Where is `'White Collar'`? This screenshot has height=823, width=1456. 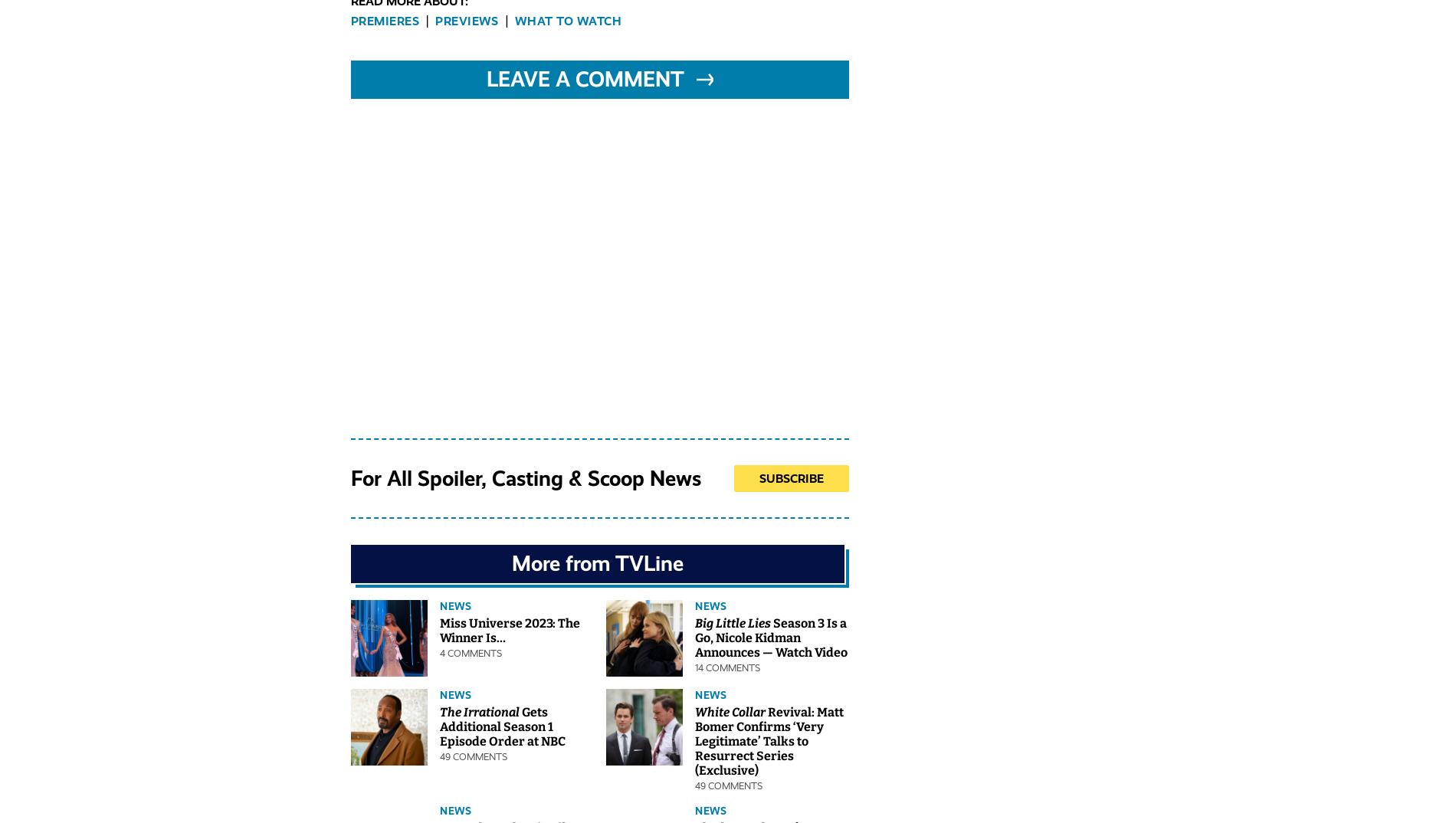
'White Collar' is located at coordinates (694, 712).